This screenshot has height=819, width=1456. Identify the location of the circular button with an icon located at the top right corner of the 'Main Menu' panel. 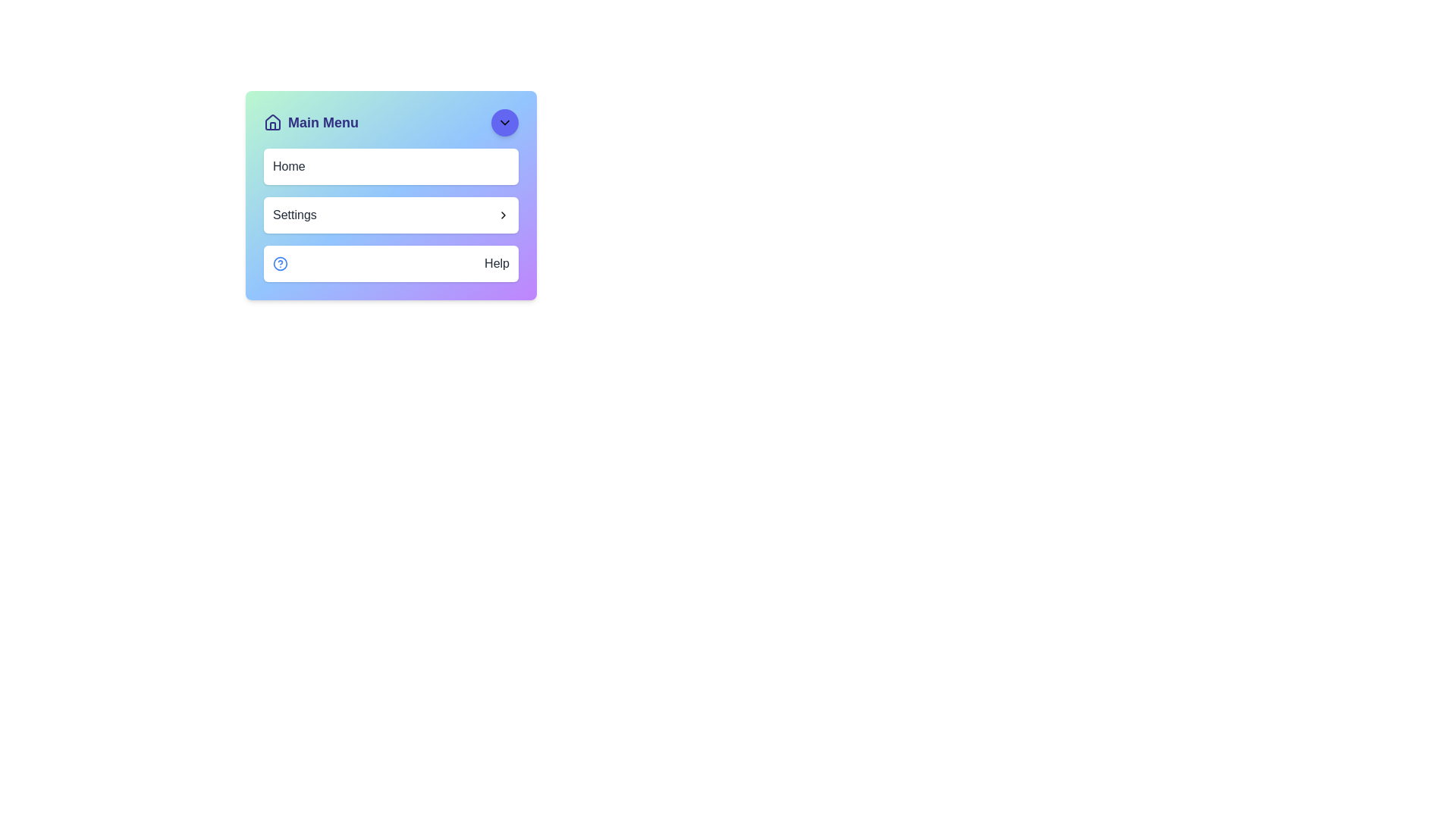
(505, 122).